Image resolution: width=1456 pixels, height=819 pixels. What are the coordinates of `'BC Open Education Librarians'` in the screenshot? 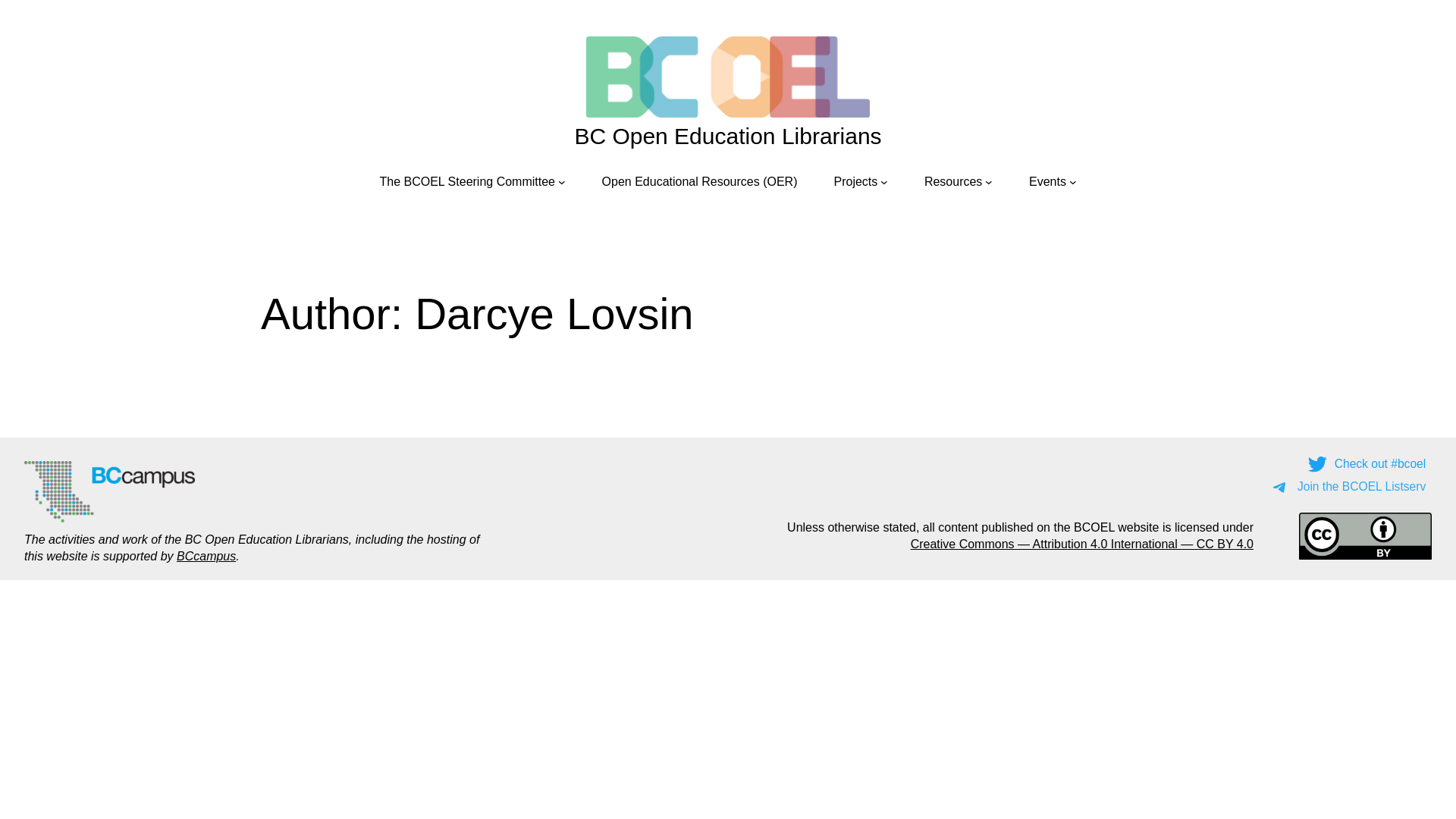 It's located at (726, 135).